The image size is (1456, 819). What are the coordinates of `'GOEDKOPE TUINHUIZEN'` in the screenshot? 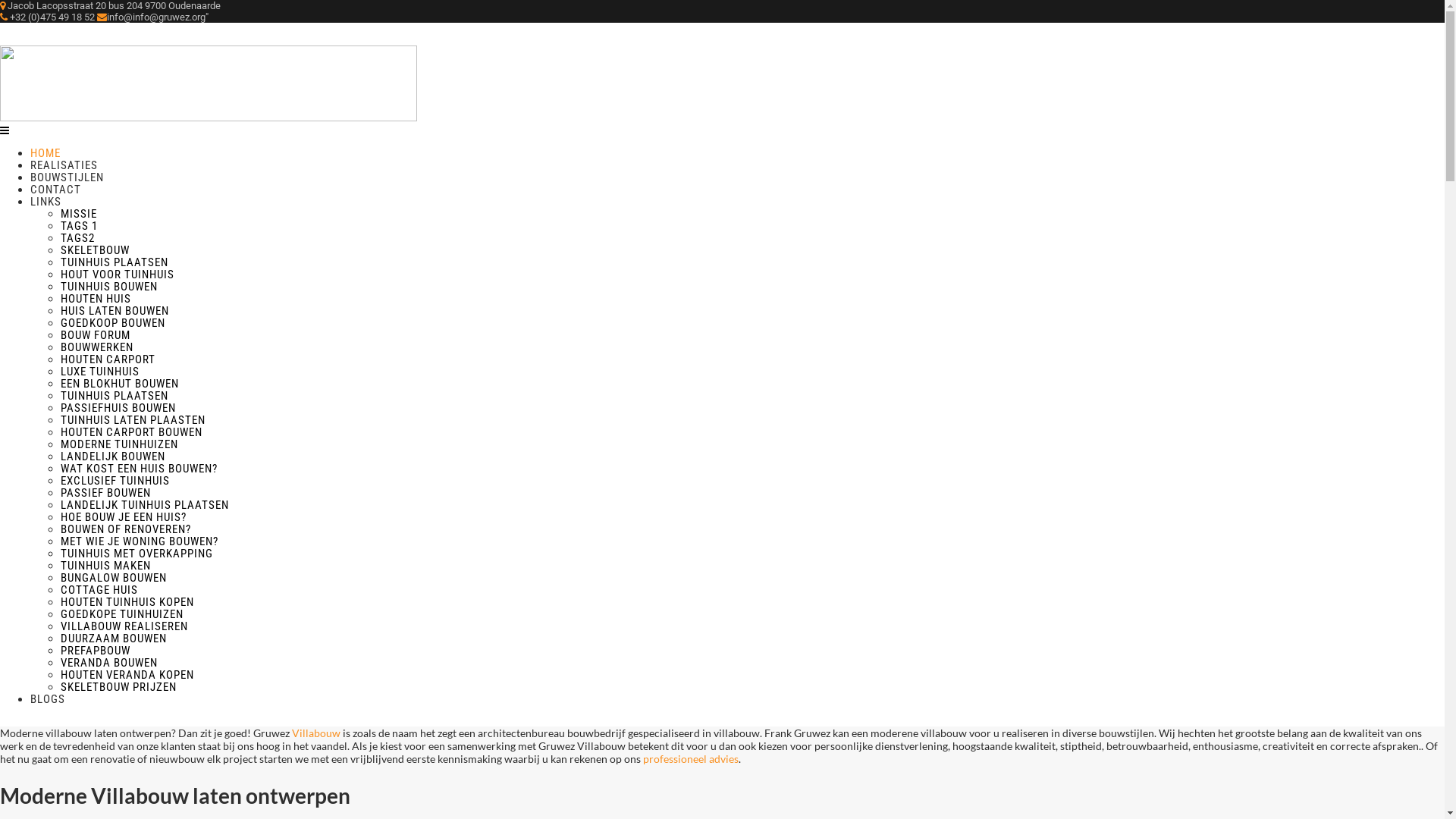 It's located at (122, 614).